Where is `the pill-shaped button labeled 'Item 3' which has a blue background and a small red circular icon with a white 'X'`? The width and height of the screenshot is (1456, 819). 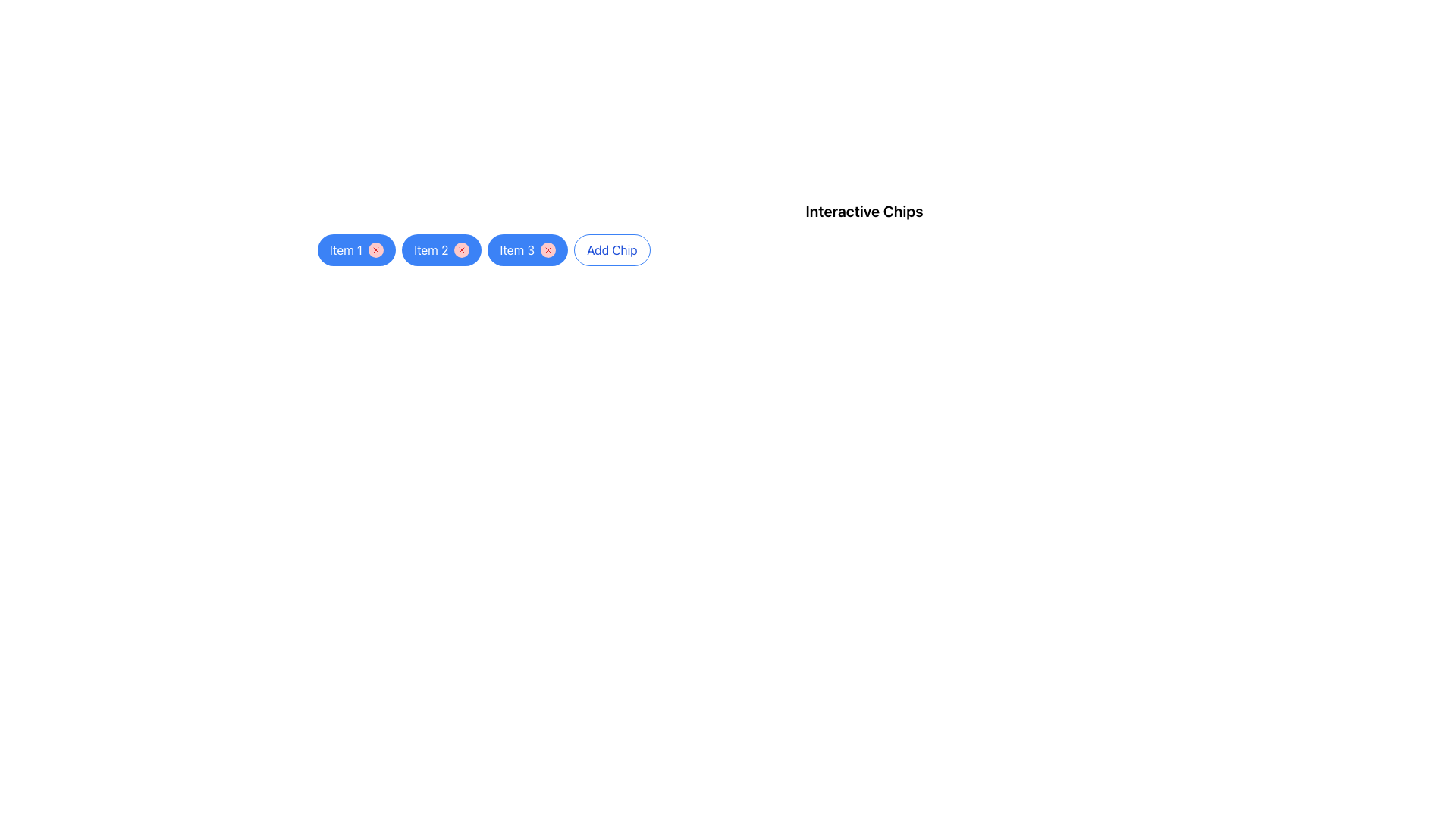 the pill-shaped button labeled 'Item 3' which has a blue background and a small red circular icon with a white 'X' is located at coordinates (528, 249).